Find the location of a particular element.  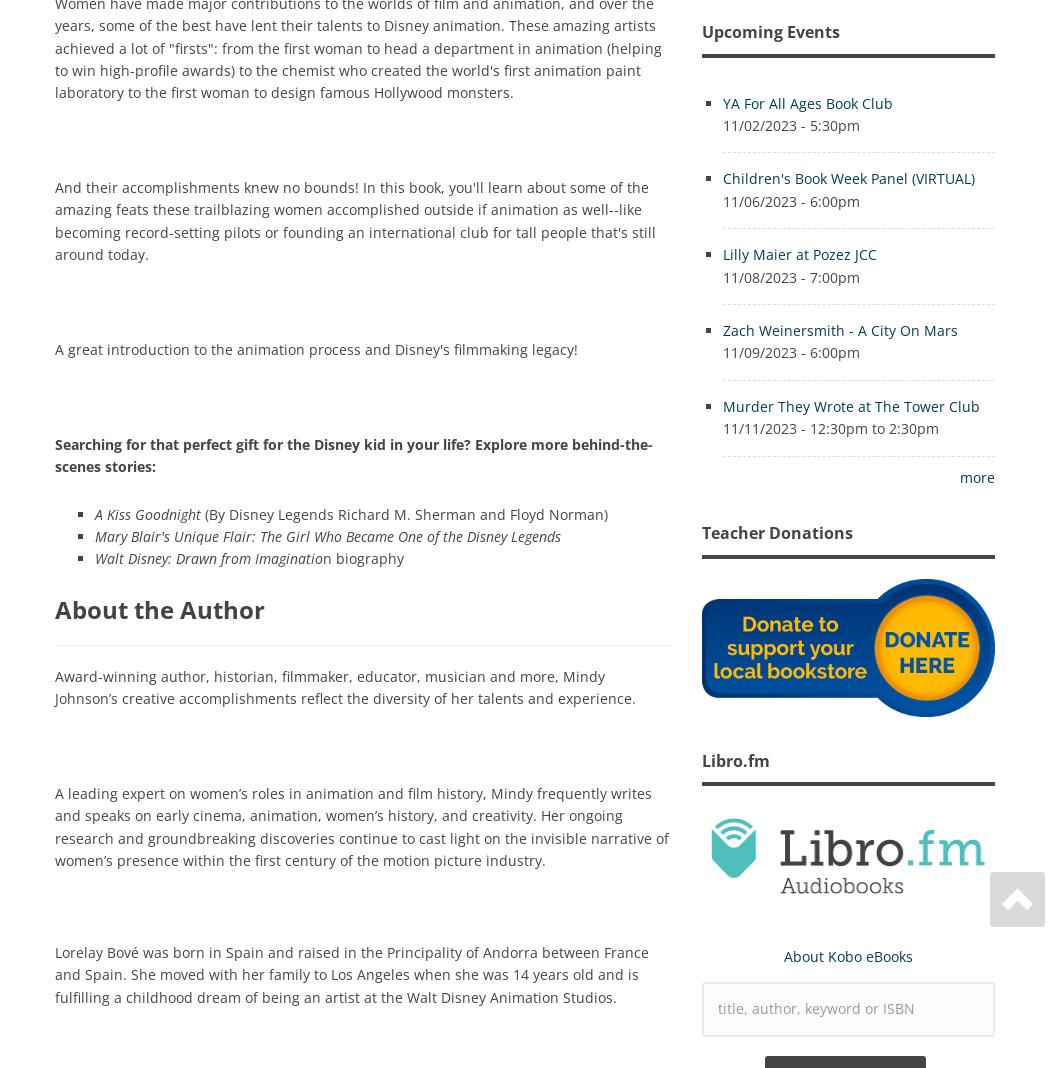

'A Kiss Goodnight' is located at coordinates (147, 513).